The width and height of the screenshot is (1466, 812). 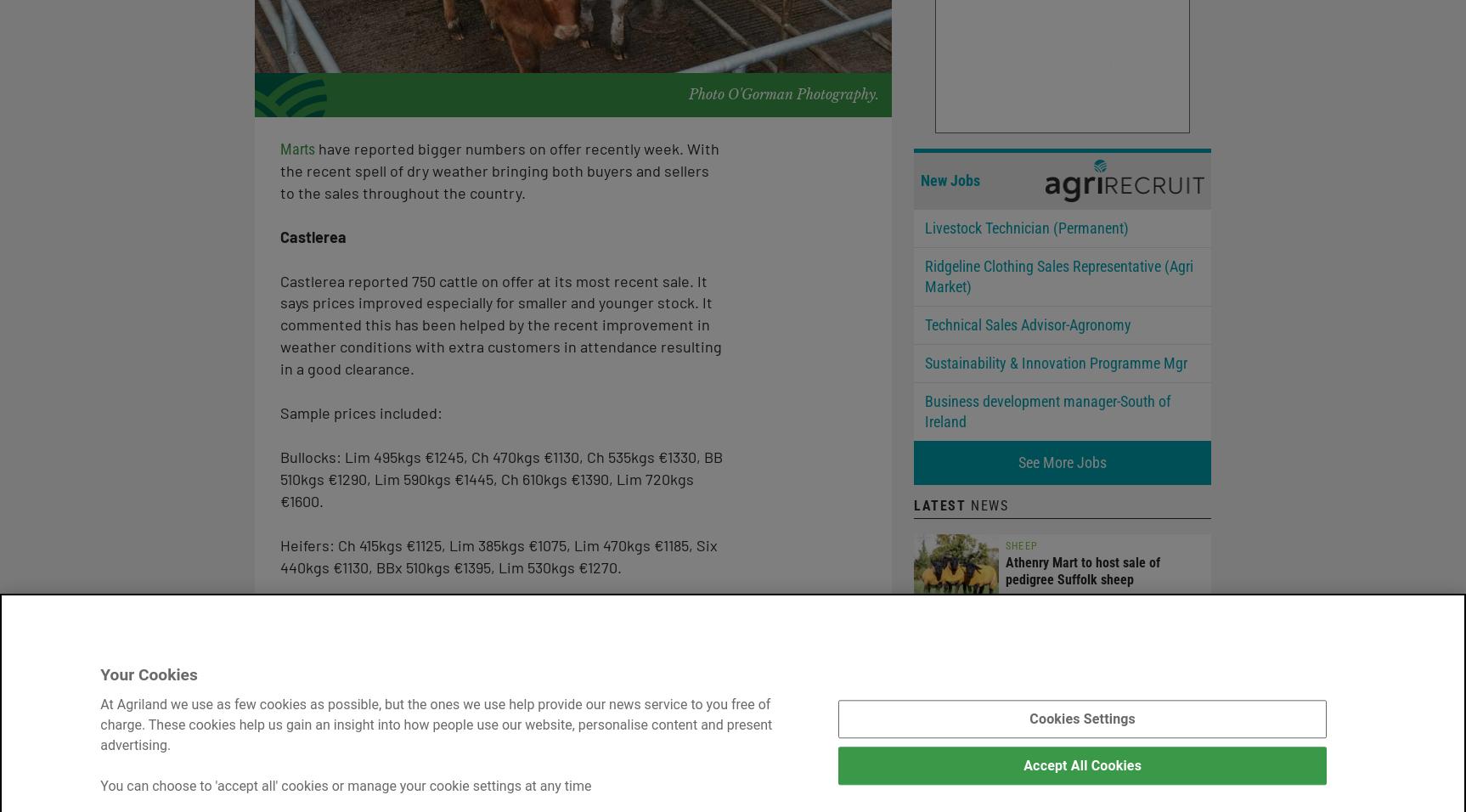 I want to click on 'Sheep', so click(x=1005, y=544).